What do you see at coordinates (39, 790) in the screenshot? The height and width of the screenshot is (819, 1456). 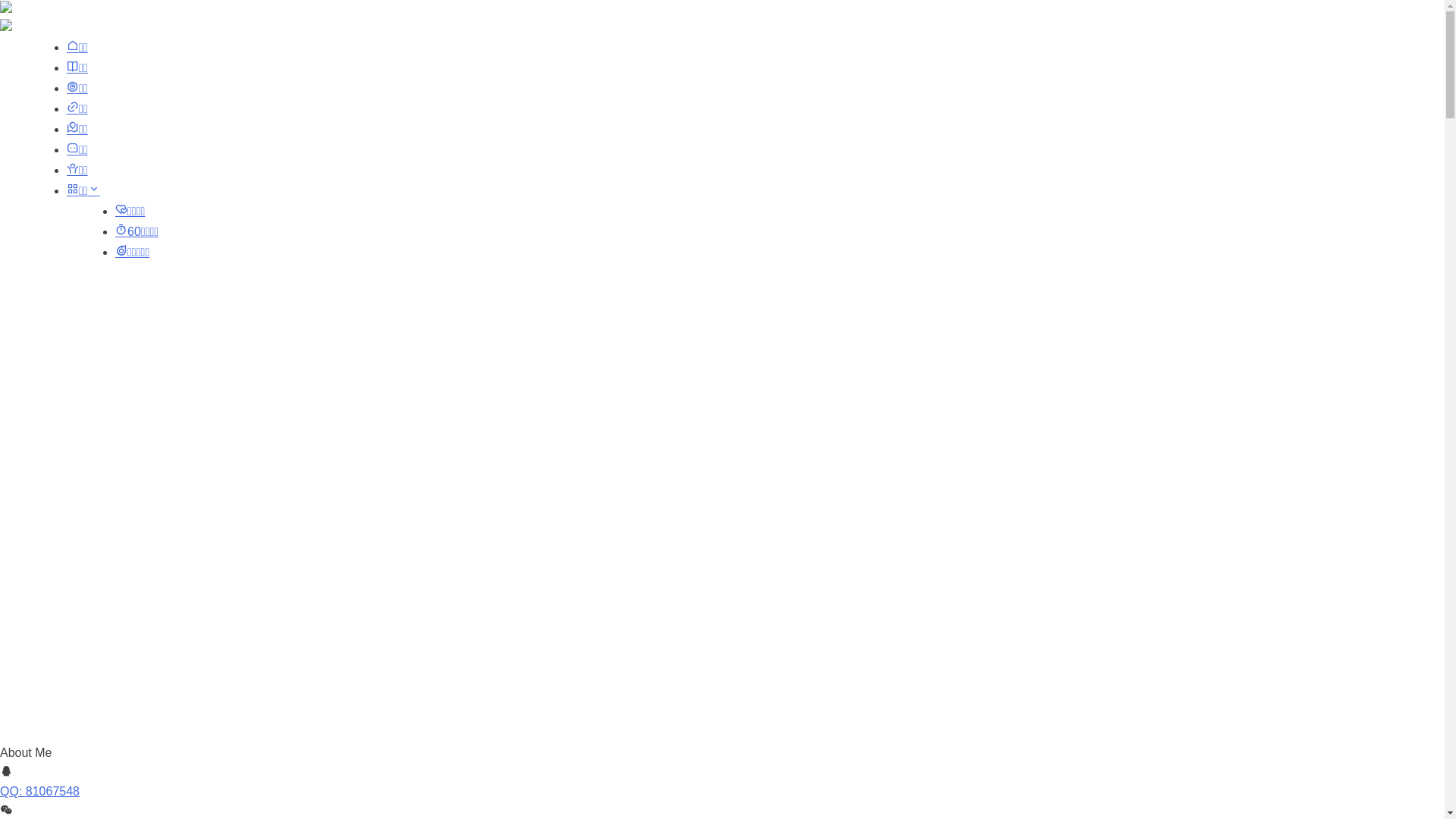 I see `'QQ: 81067548'` at bounding box center [39, 790].